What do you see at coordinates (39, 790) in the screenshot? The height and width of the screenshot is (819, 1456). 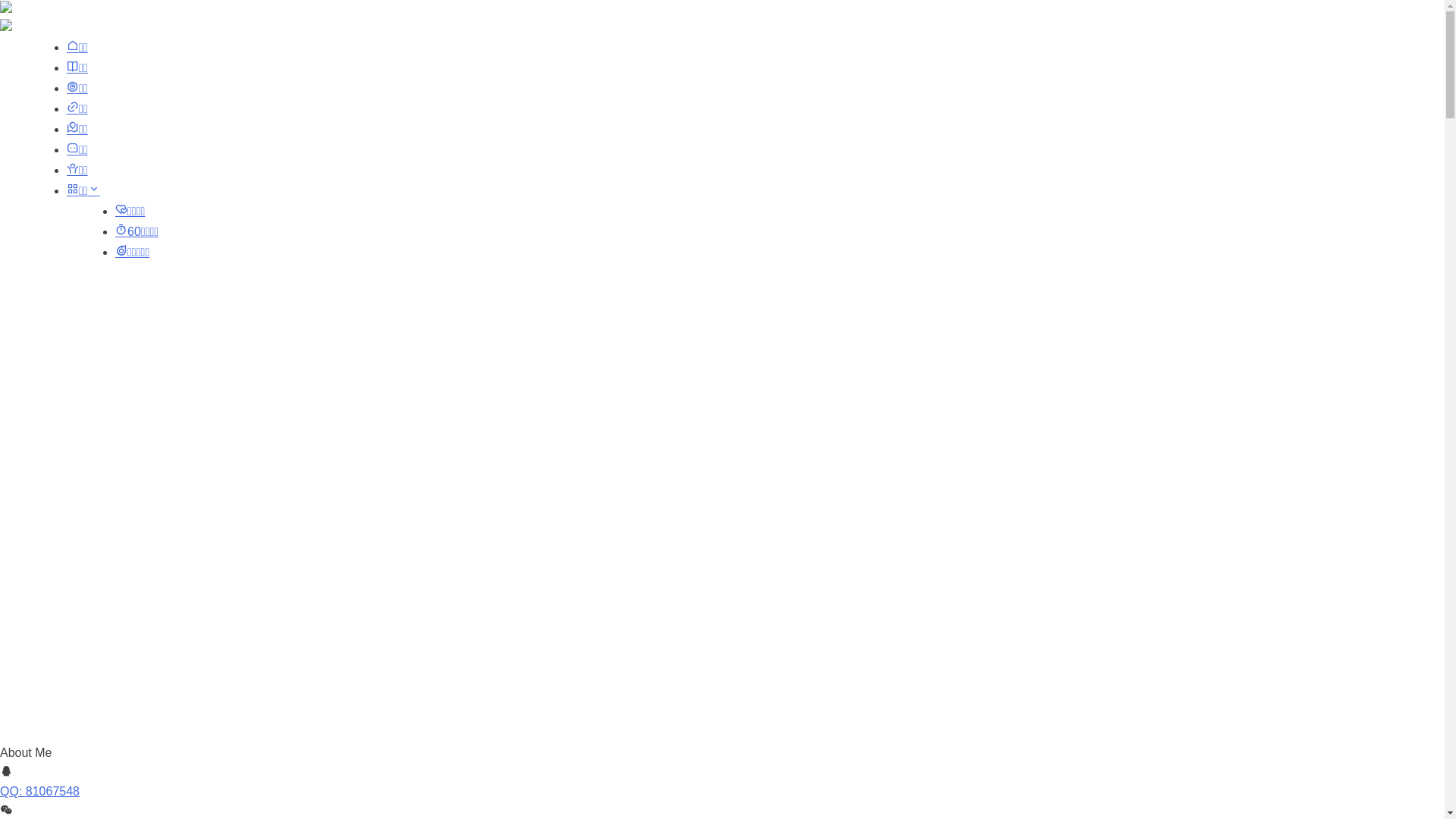 I see `'QQ: 81067548'` at bounding box center [39, 790].